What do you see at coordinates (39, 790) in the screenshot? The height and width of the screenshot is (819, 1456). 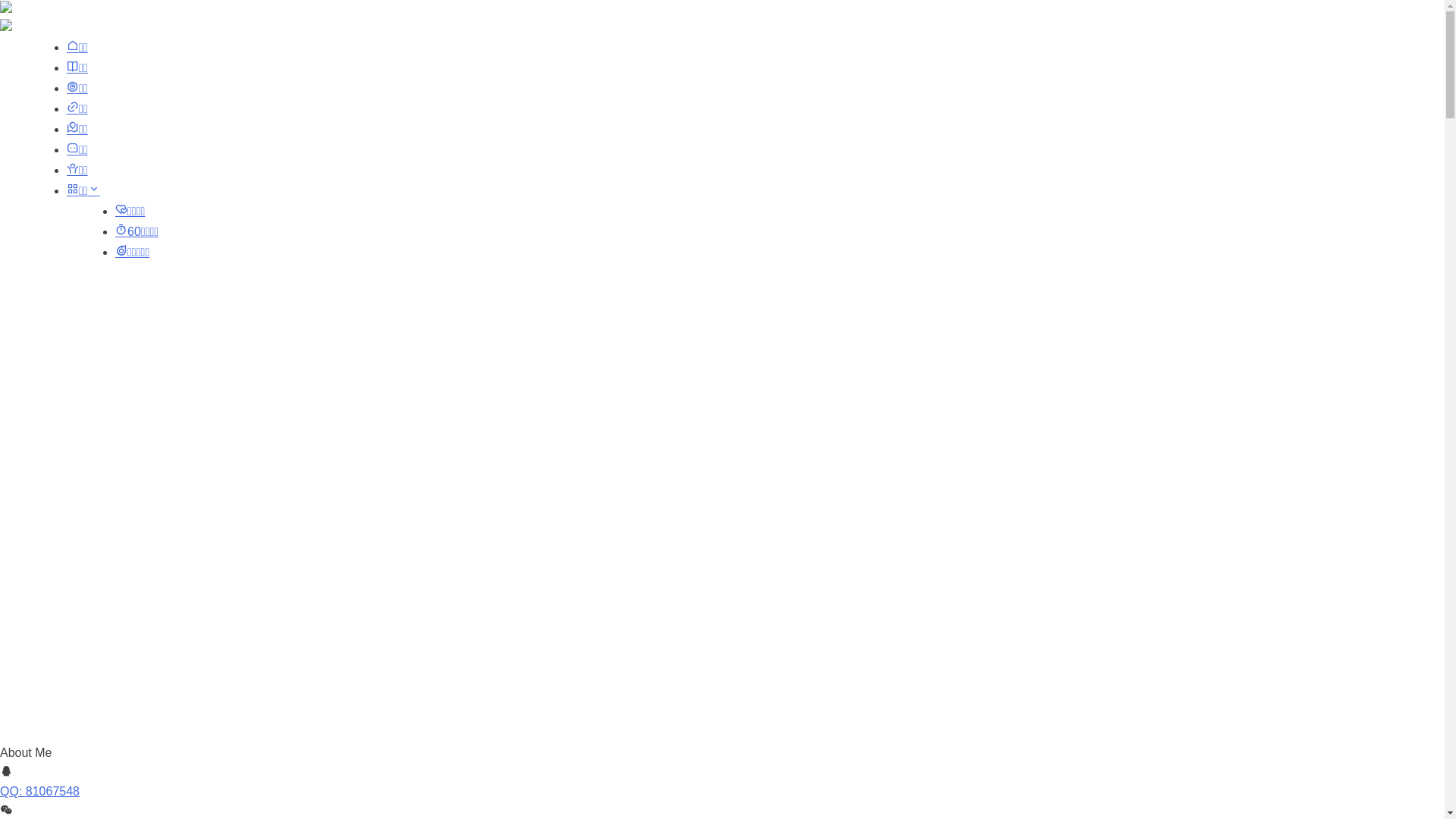 I see `'QQ: 81067548'` at bounding box center [39, 790].